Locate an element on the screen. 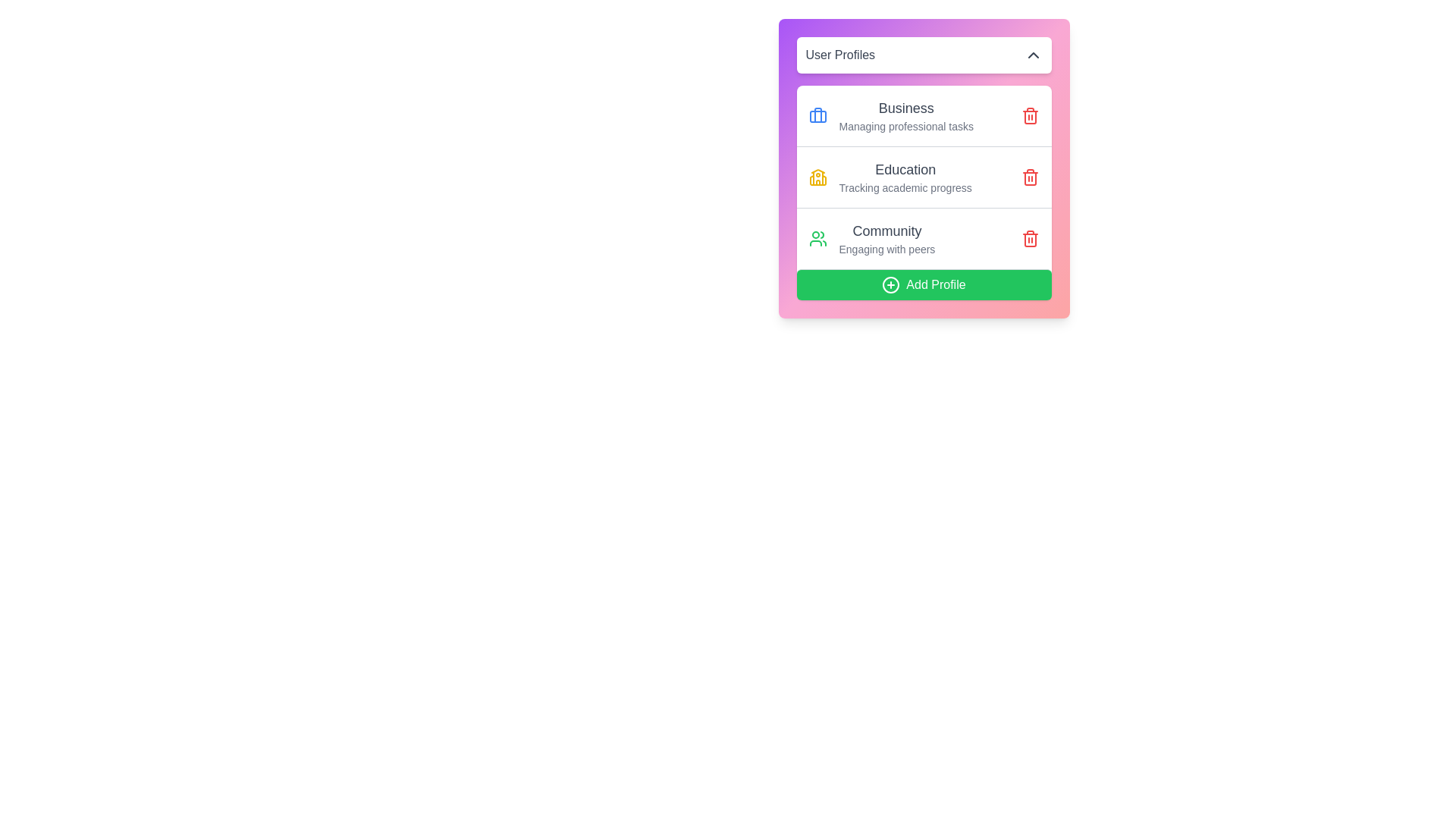  the schoolhouse icon in the second list item labeled 'Education' is located at coordinates (890, 177).